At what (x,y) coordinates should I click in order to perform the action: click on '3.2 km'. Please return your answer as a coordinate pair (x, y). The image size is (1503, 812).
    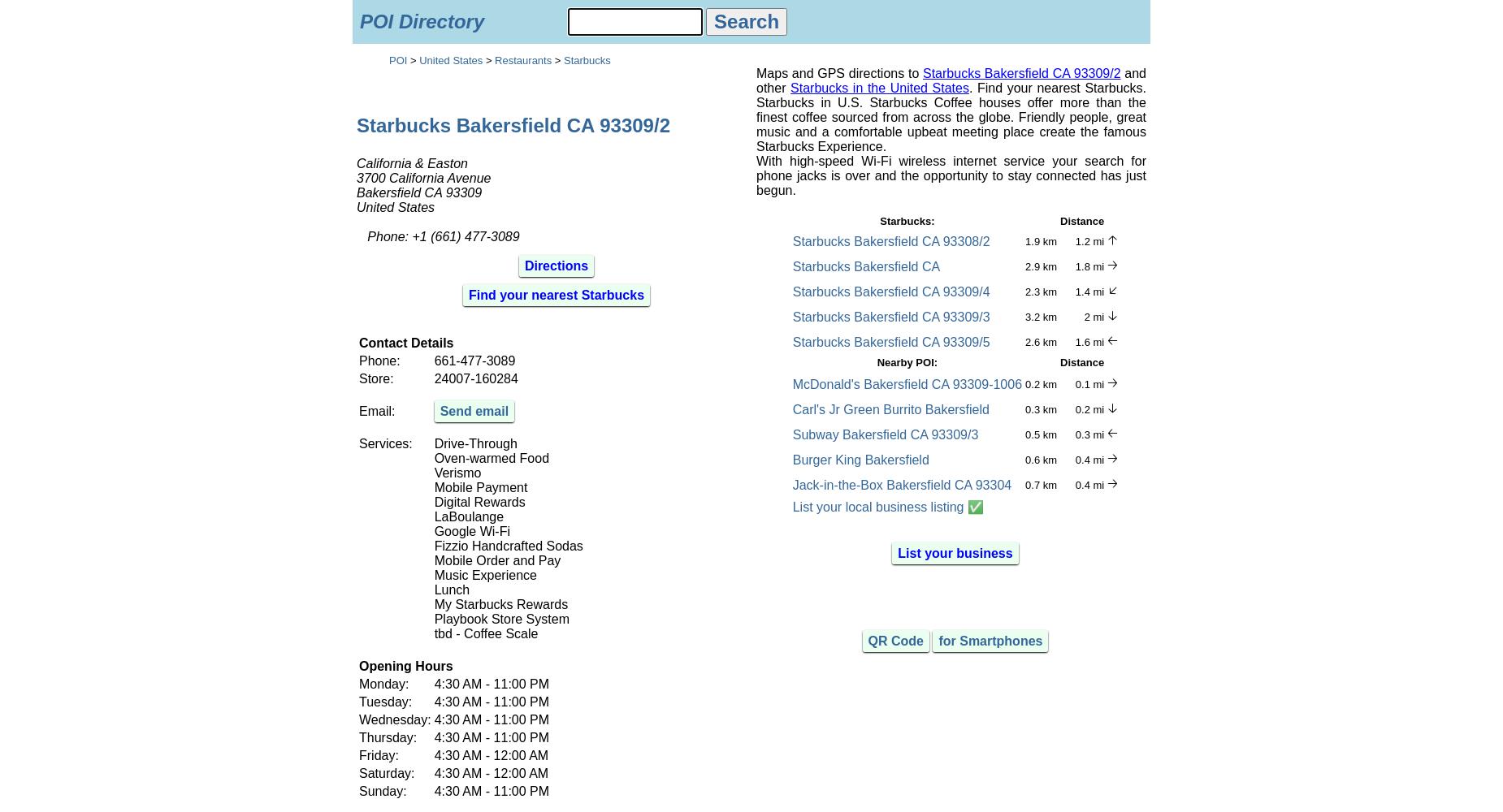
    Looking at the image, I should click on (1040, 317).